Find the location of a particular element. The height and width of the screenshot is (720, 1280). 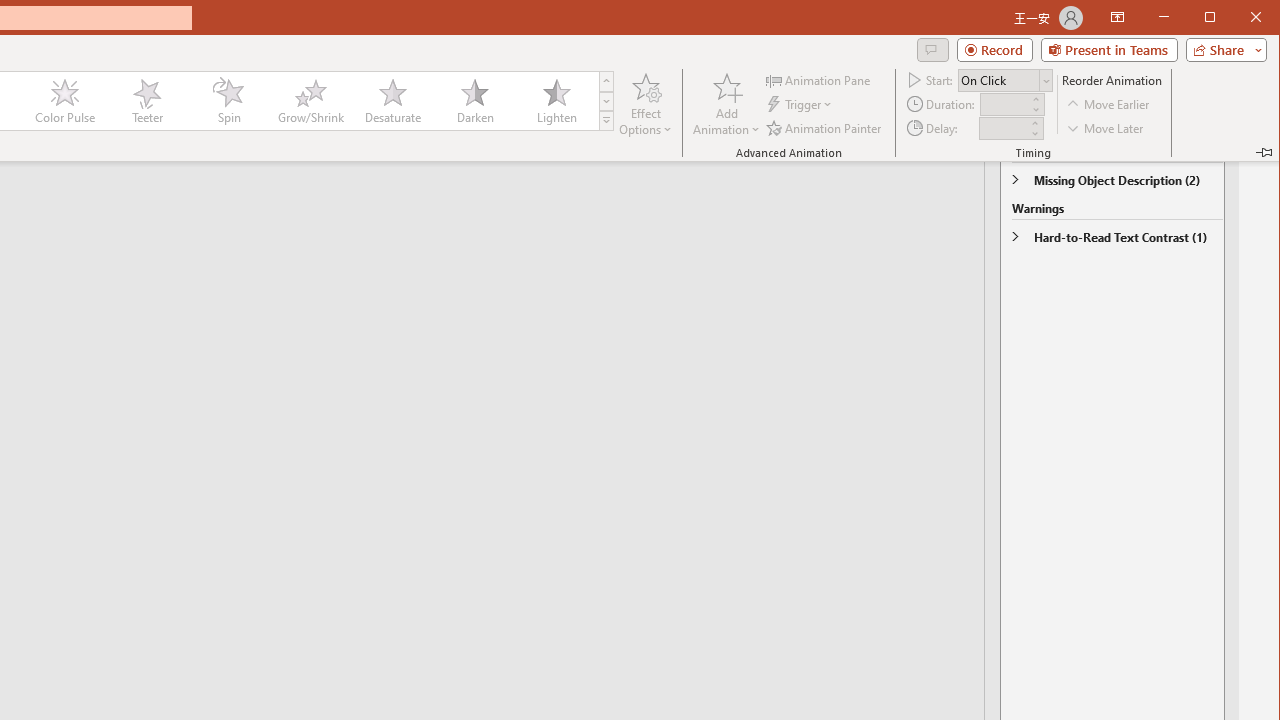

'Share' is located at coordinates (1221, 49).